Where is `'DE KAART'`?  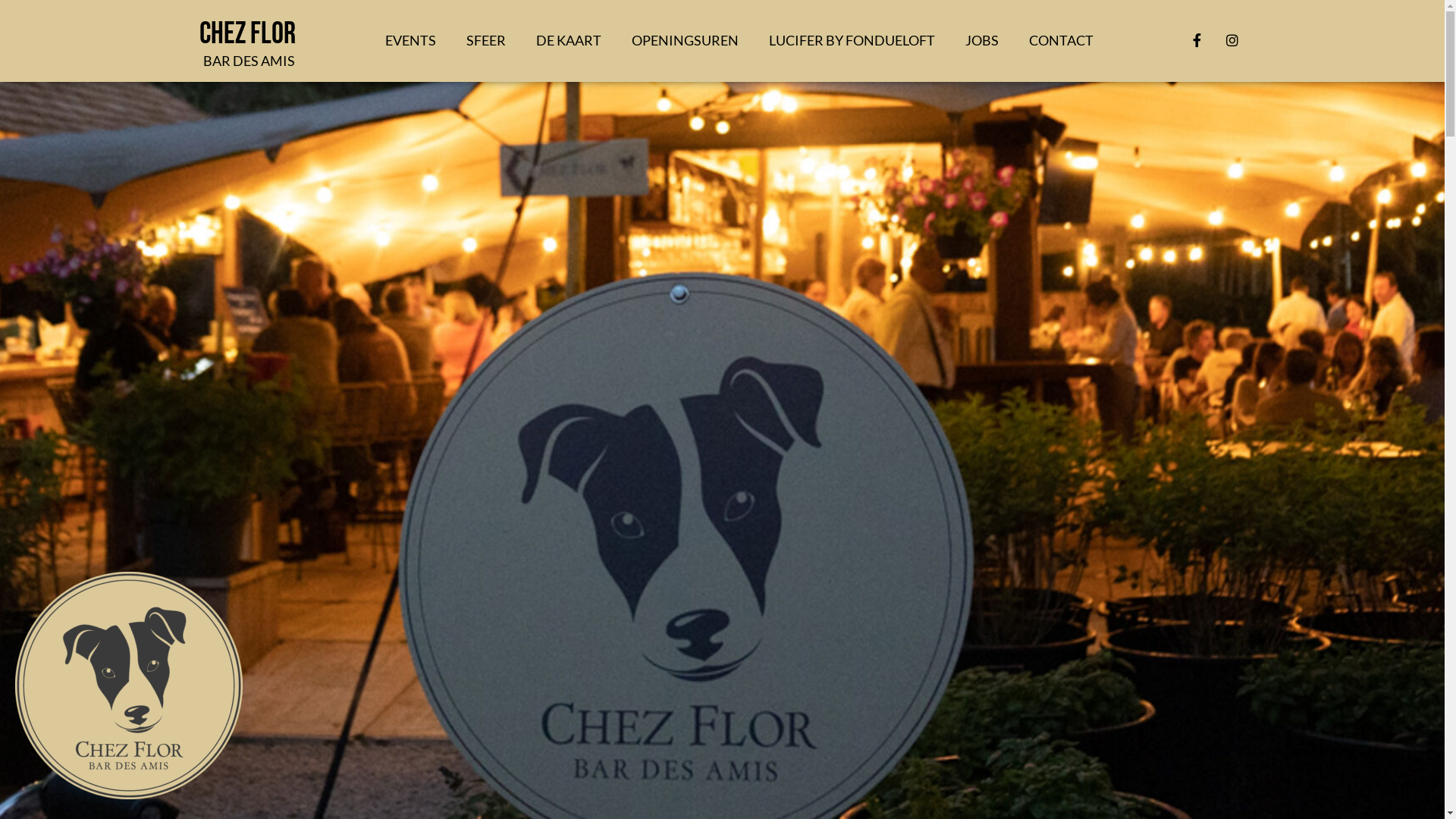 'DE KAART' is located at coordinates (567, 39).